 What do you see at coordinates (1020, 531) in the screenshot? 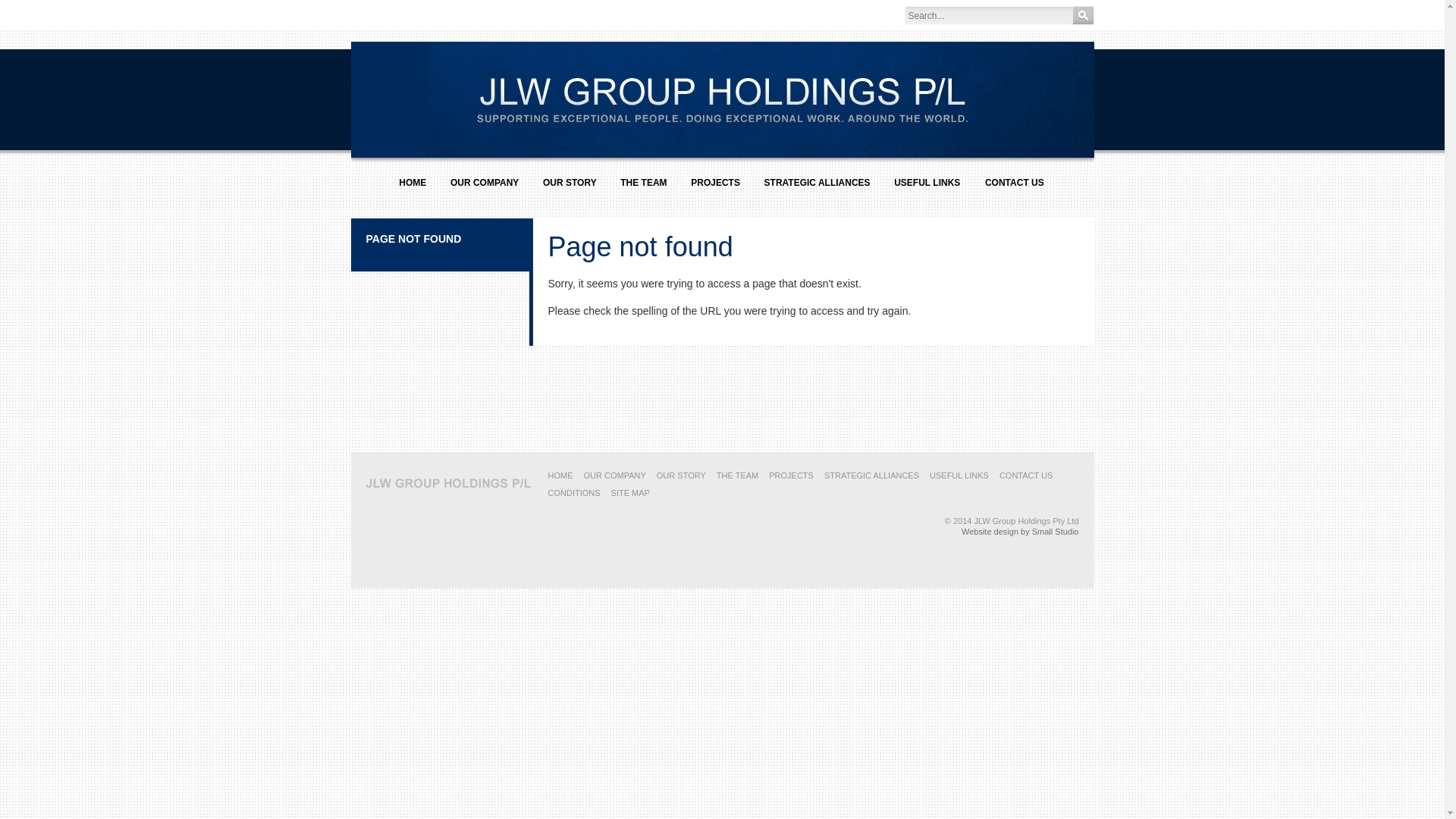
I see `'Website design by Small Studio'` at bounding box center [1020, 531].